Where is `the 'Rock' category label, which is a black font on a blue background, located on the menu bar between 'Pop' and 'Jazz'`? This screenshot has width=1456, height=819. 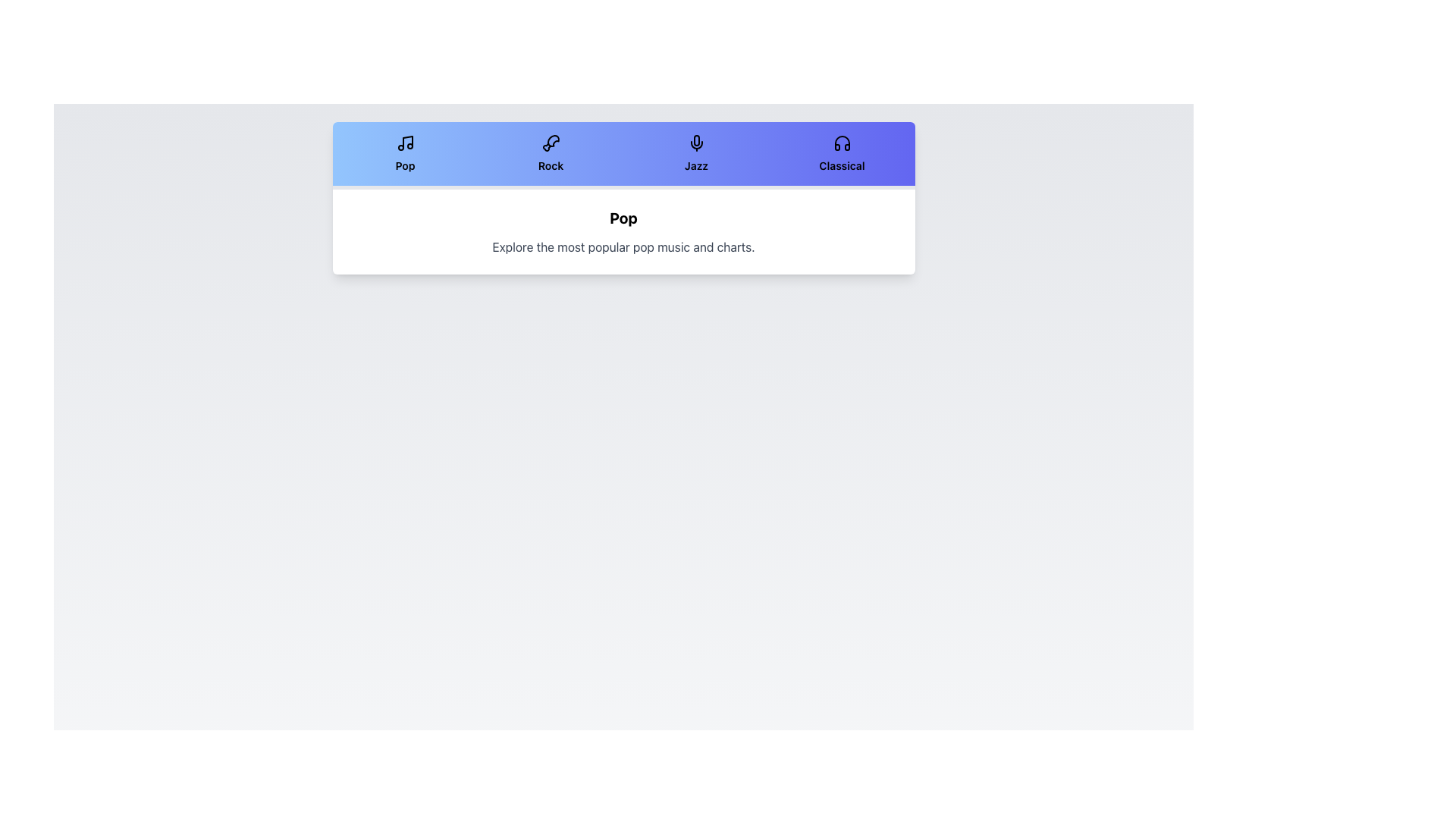
the 'Rock' category label, which is a black font on a blue background, located on the menu bar between 'Pop' and 'Jazz' is located at coordinates (550, 166).